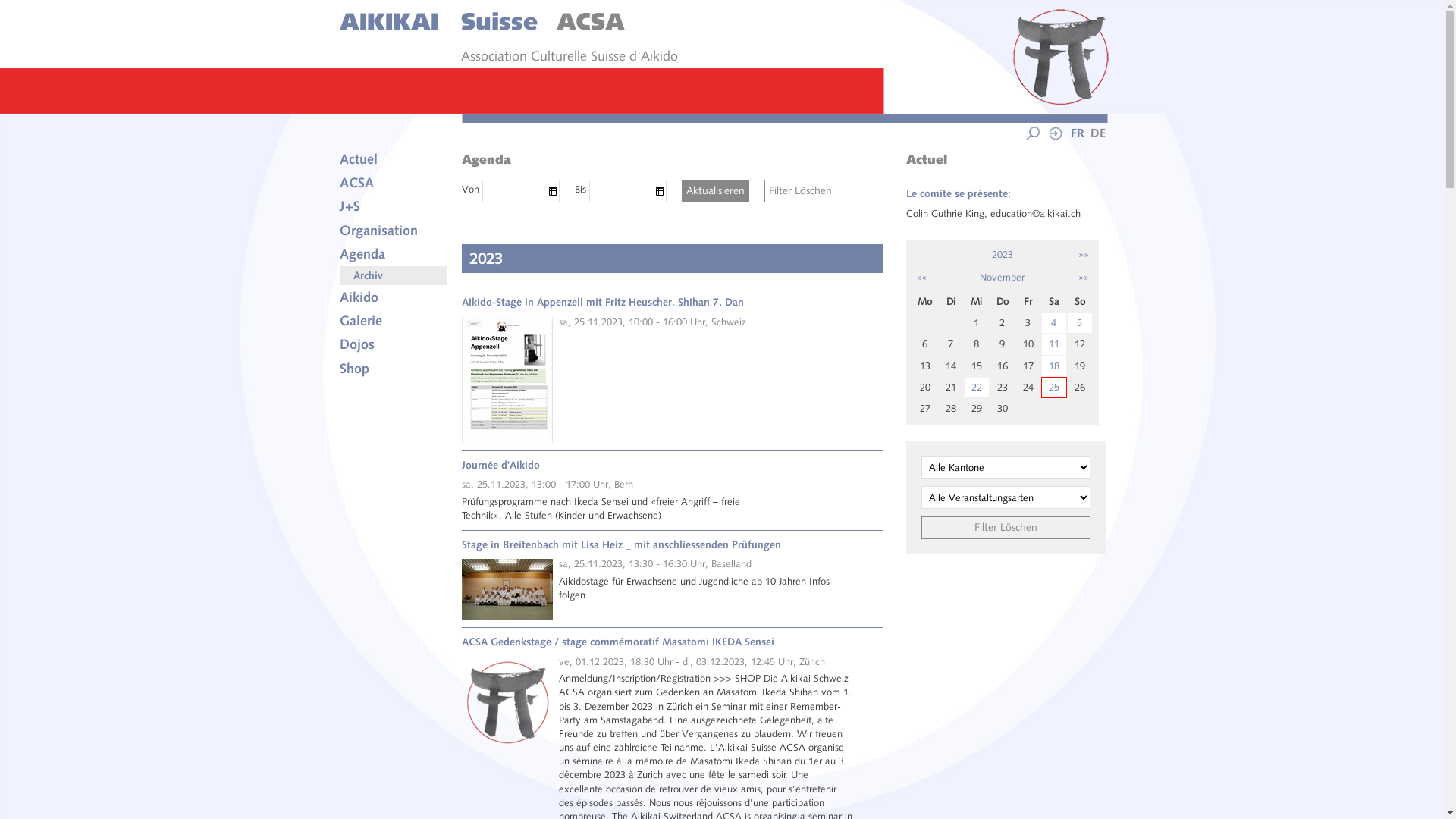  I want to click on 'DE', so click(1095, 133).